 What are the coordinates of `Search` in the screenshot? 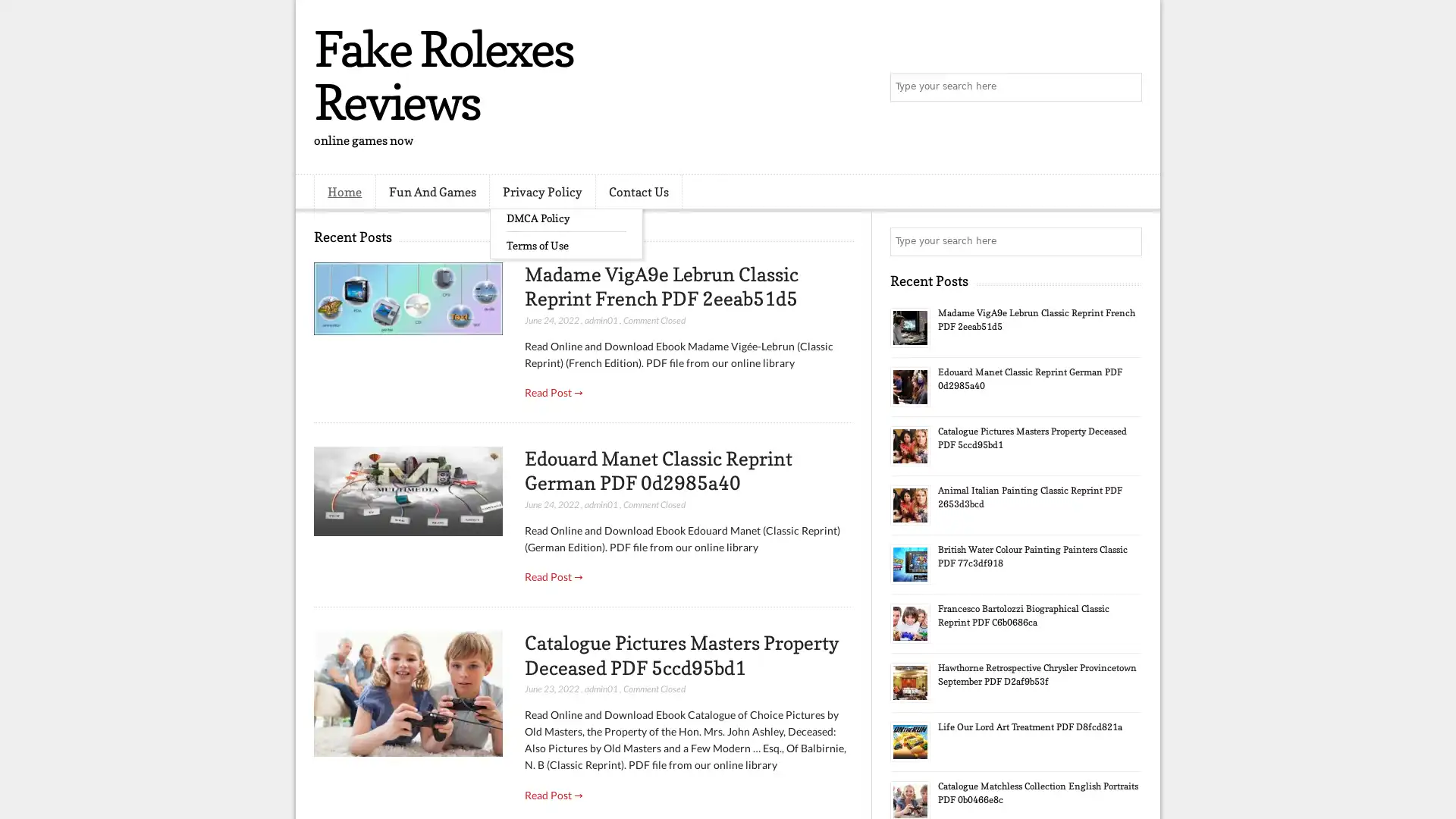 It's located at (1126, 241).